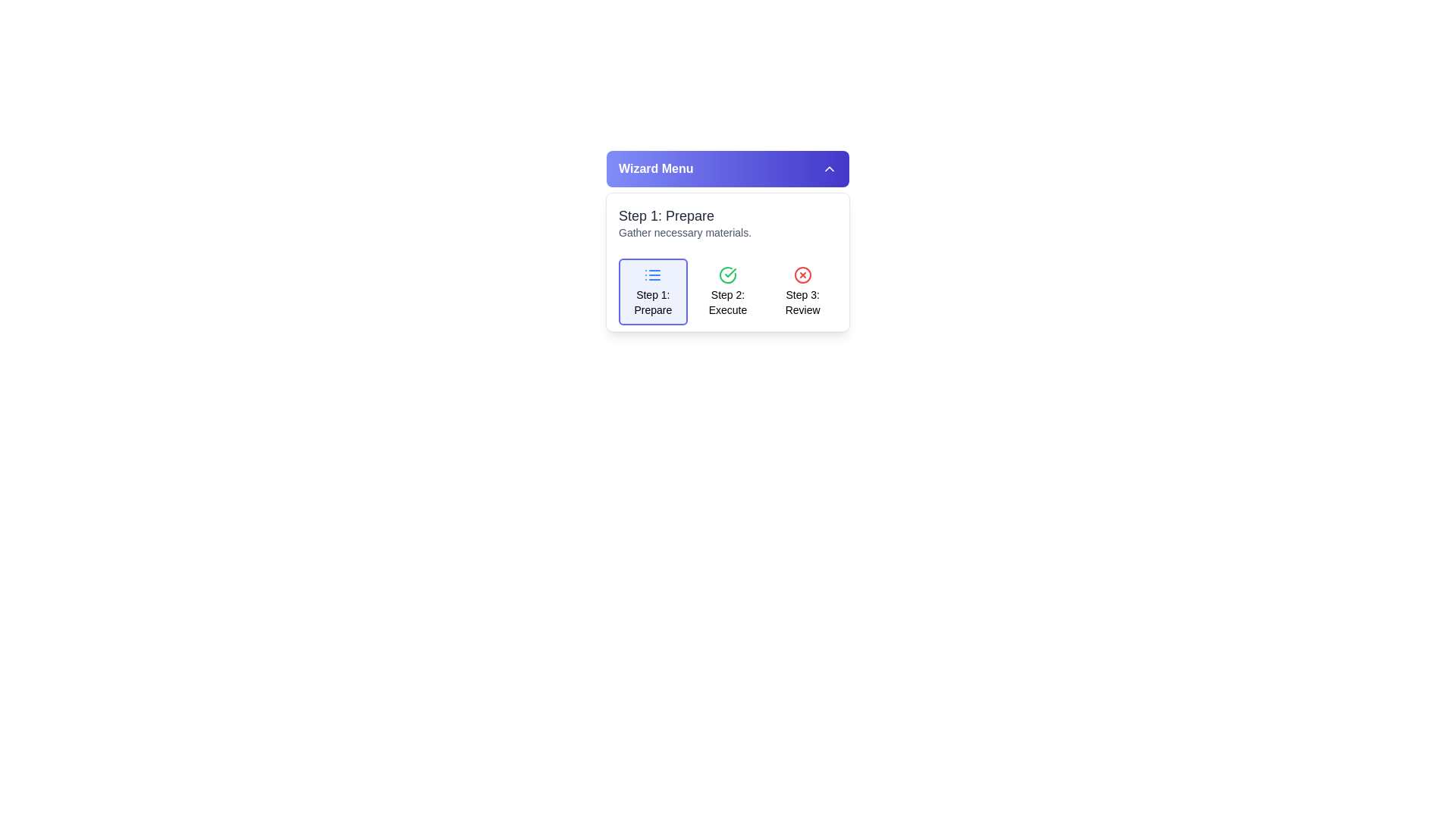 The height and width of the screenshot is (819, 1456). Describe the element at coordinates (653, 302) in the screenshot. I see `the text label that reads 'Step 1: Prepare', which is displayed in a standard sans-serif font in black, located below a blue list icon on a card interface with a light indigo background` at that location.